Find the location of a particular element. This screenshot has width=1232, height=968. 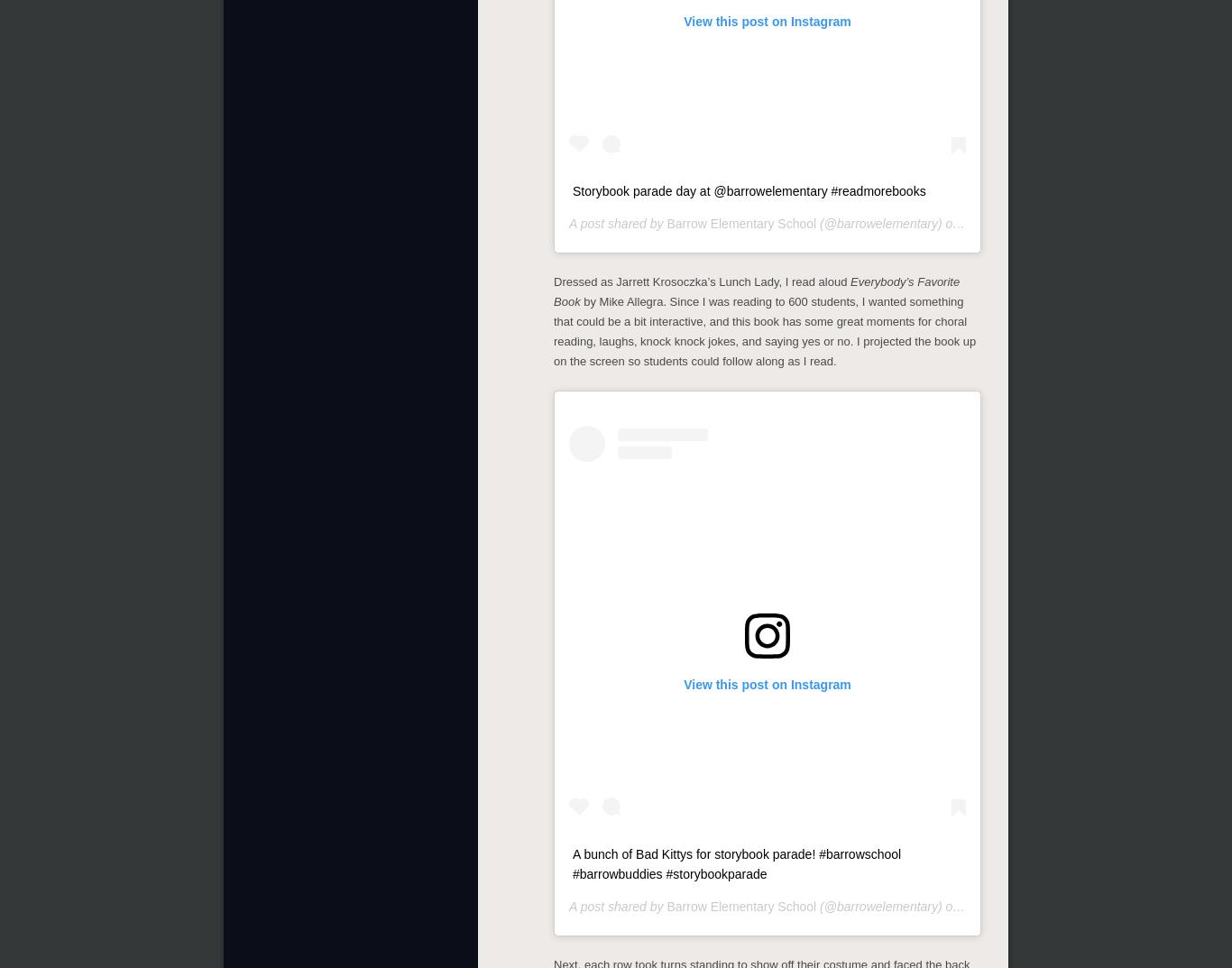

'Mar 8, 2019 at 6:55am PST' is located at coordinates (1040, 222).